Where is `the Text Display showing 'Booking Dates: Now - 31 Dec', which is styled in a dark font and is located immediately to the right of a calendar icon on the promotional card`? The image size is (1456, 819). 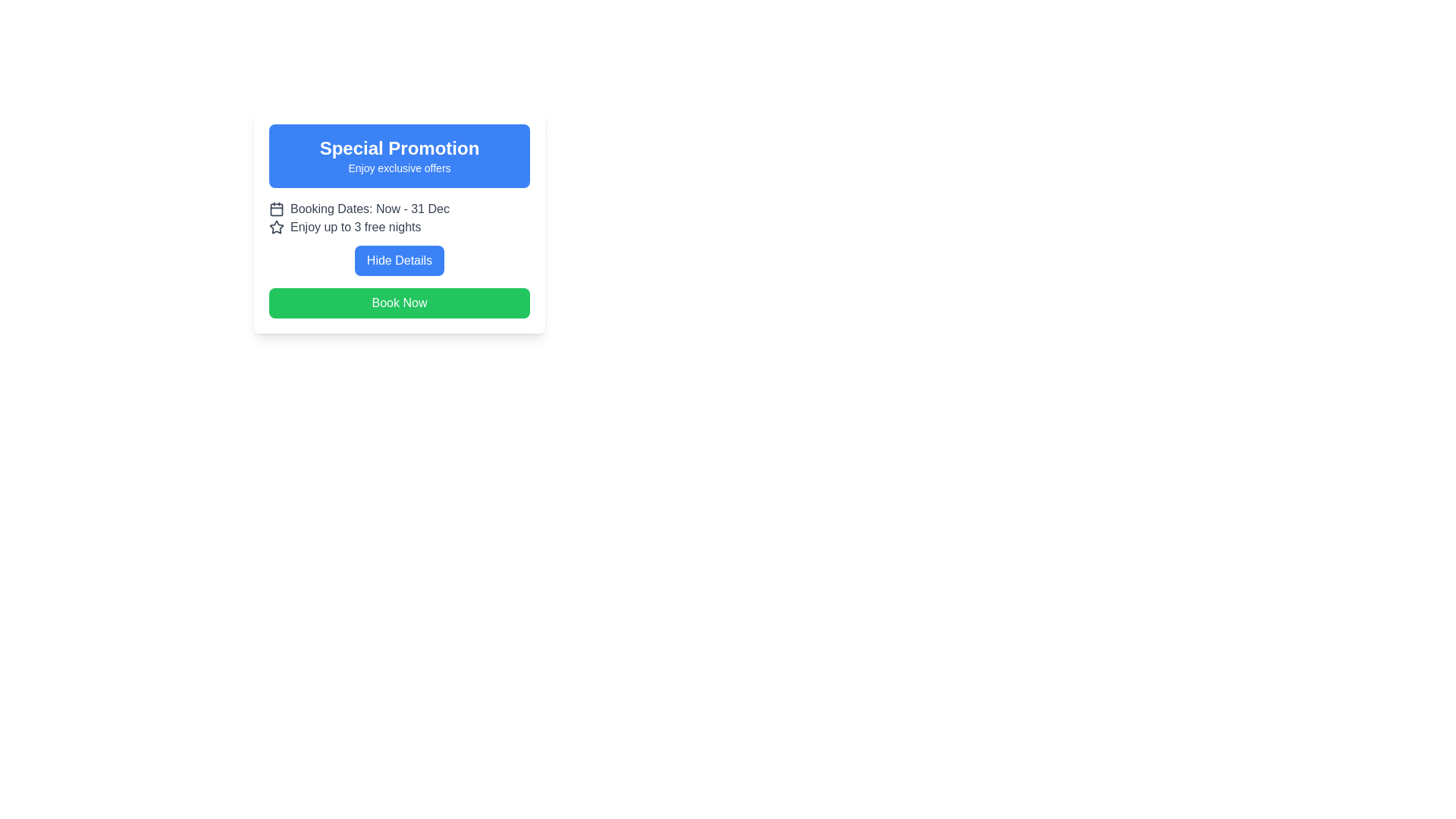 the Text Display showing 'Booking Dates: Now - 31 Dec', which is styled in a dark font and is located immediately to the right of a calendar icon on the promotional card is located at coordinates (369, 209).